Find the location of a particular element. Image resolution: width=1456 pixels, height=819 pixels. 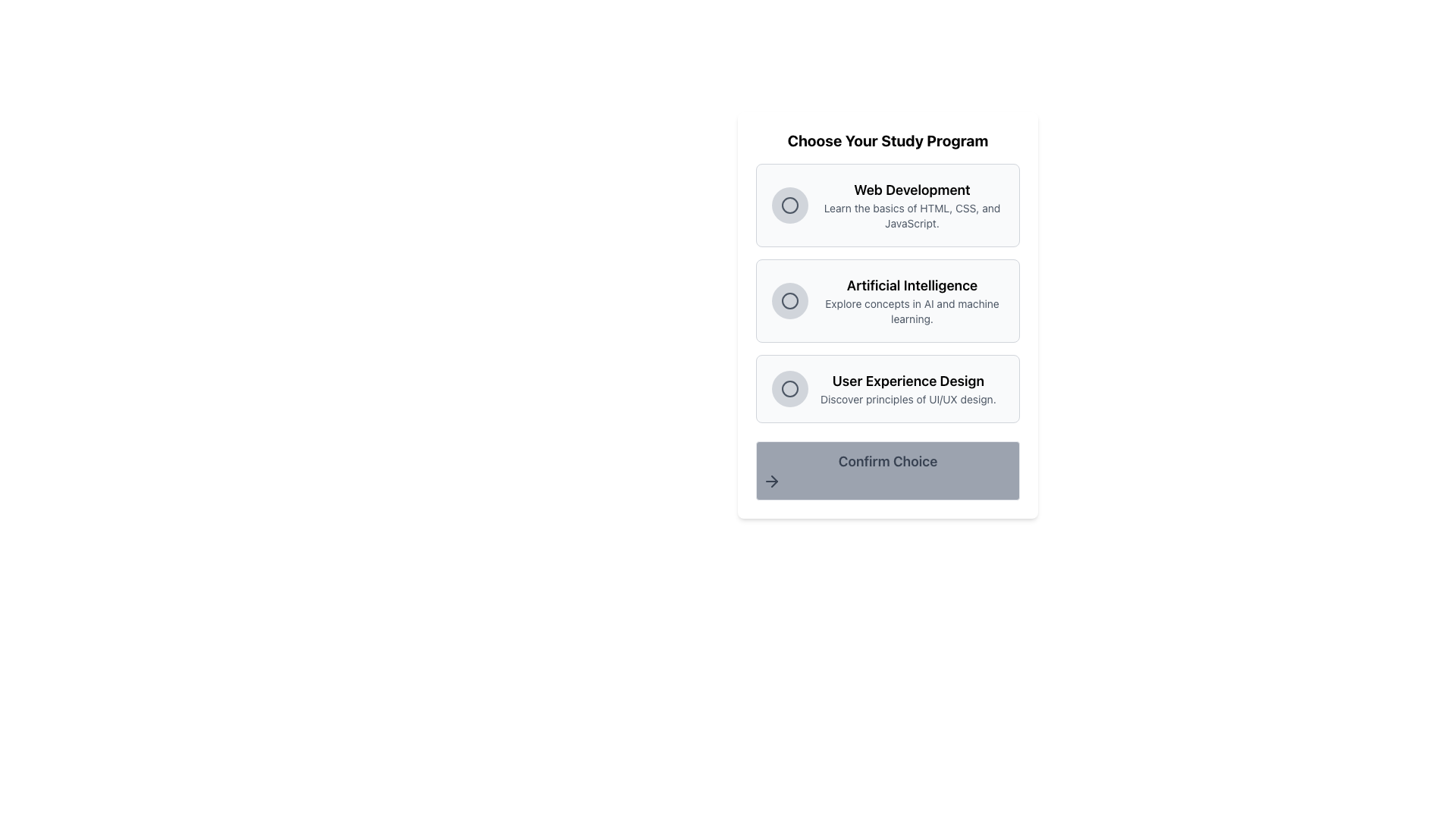

the selectable option titled 'Artificial Intelligence' in the list 'Choose Your Study Program' is located at coordinates (888, 315).